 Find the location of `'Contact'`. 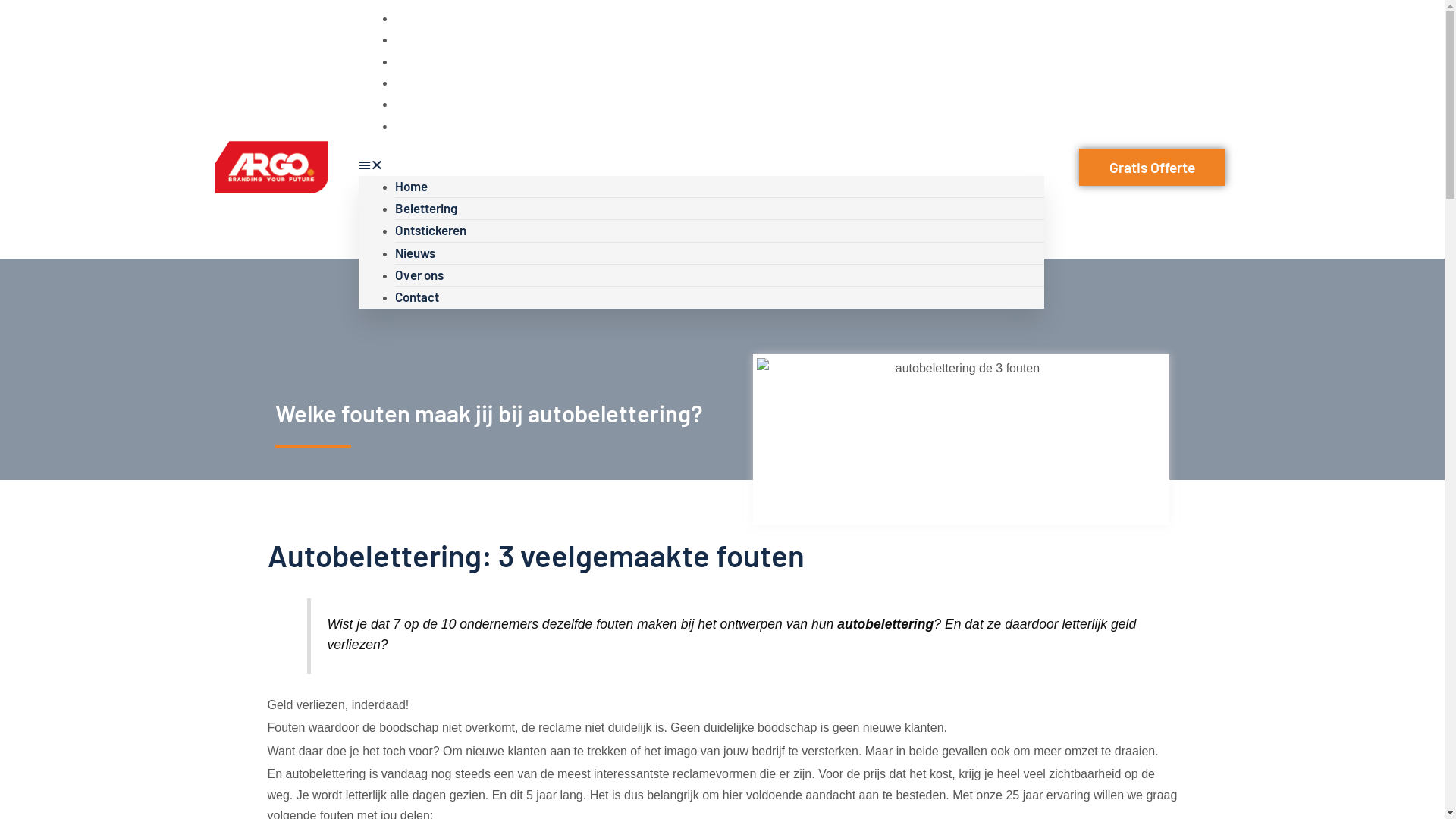

'Contact' is located at coordinates (394, 124).